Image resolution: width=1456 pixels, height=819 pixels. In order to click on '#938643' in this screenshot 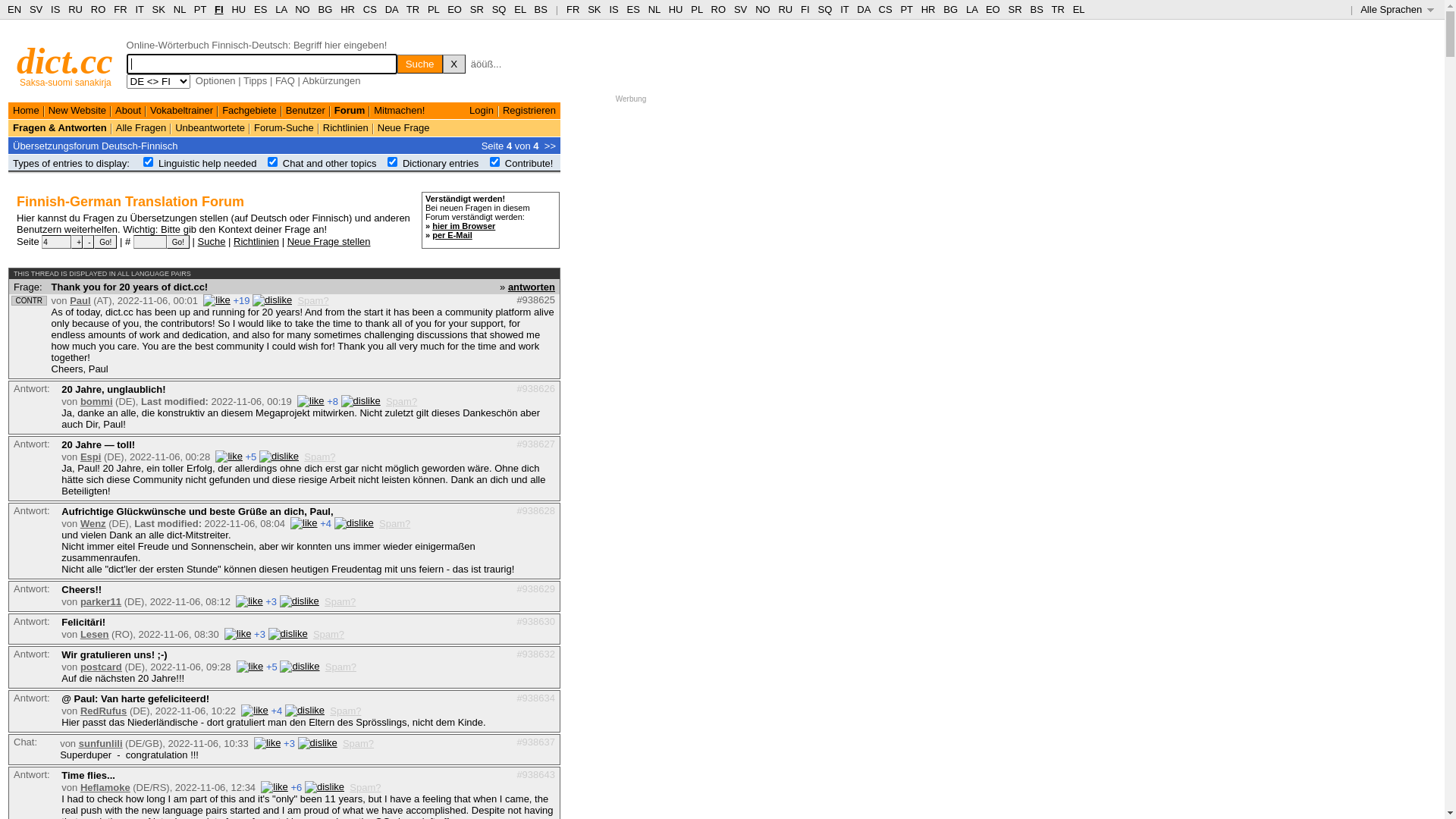, I will do `click(535, 774)`.